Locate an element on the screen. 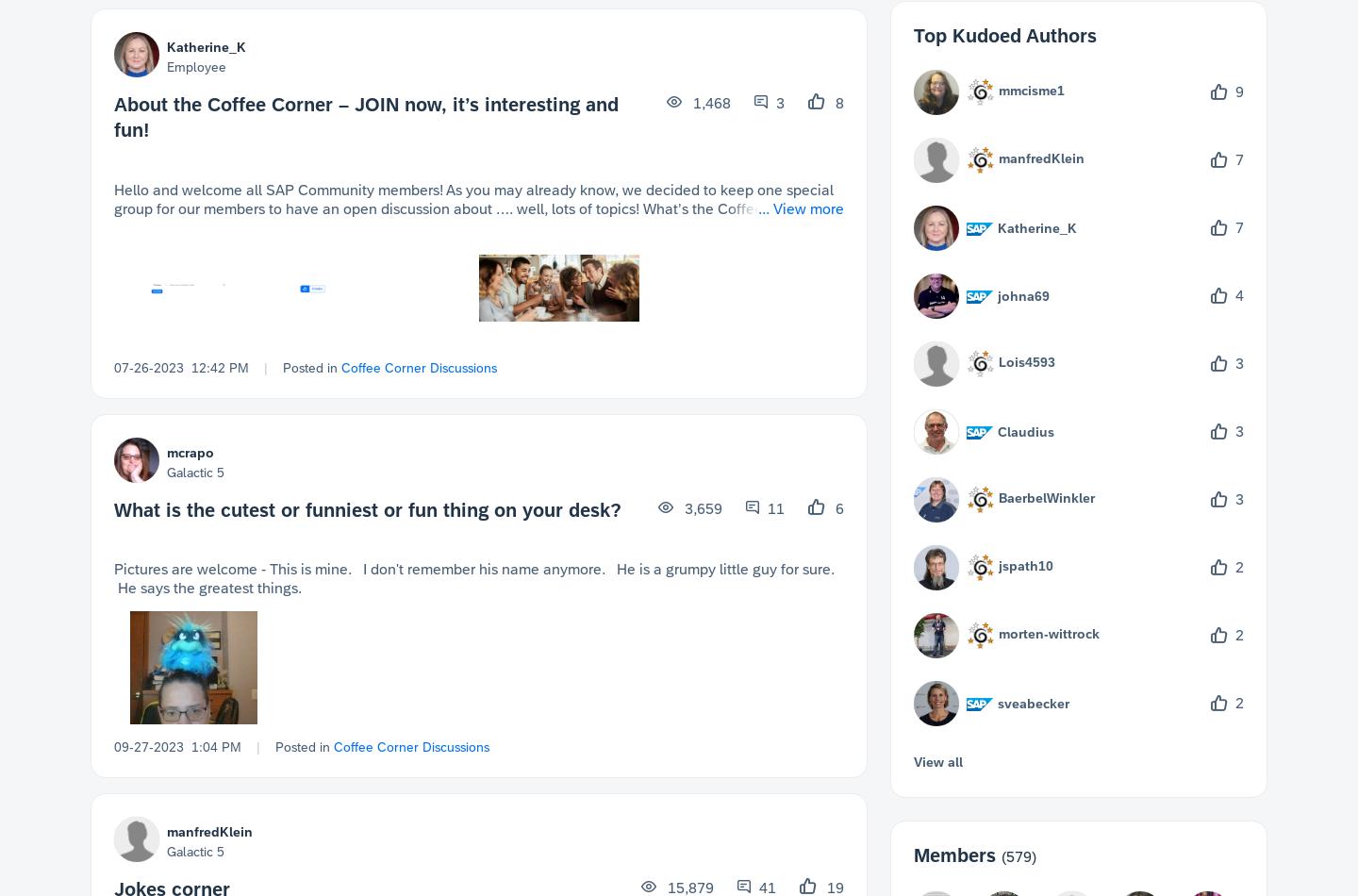 The image size is (1358, 896). 'What is the cutest or funniest or fun thing on your desk?' is located at coordinates (113, 508).